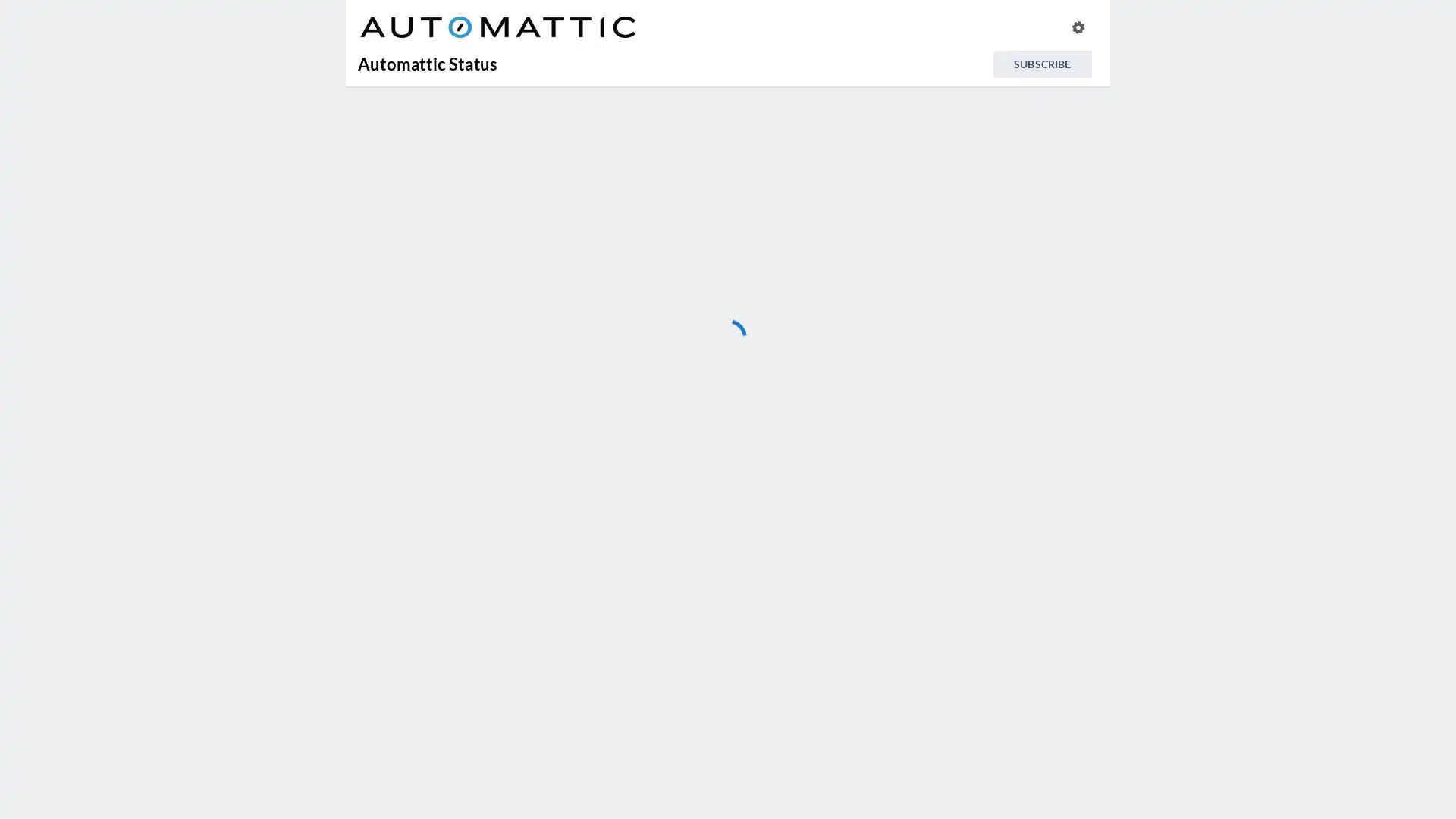 The width and height of the screenshot is (1456, 819). What do you see at coordinates (635, 557) in the screenshot?
I see `Jetpack Search API Response Time : 173 ms` at bounding box center [635, 557].